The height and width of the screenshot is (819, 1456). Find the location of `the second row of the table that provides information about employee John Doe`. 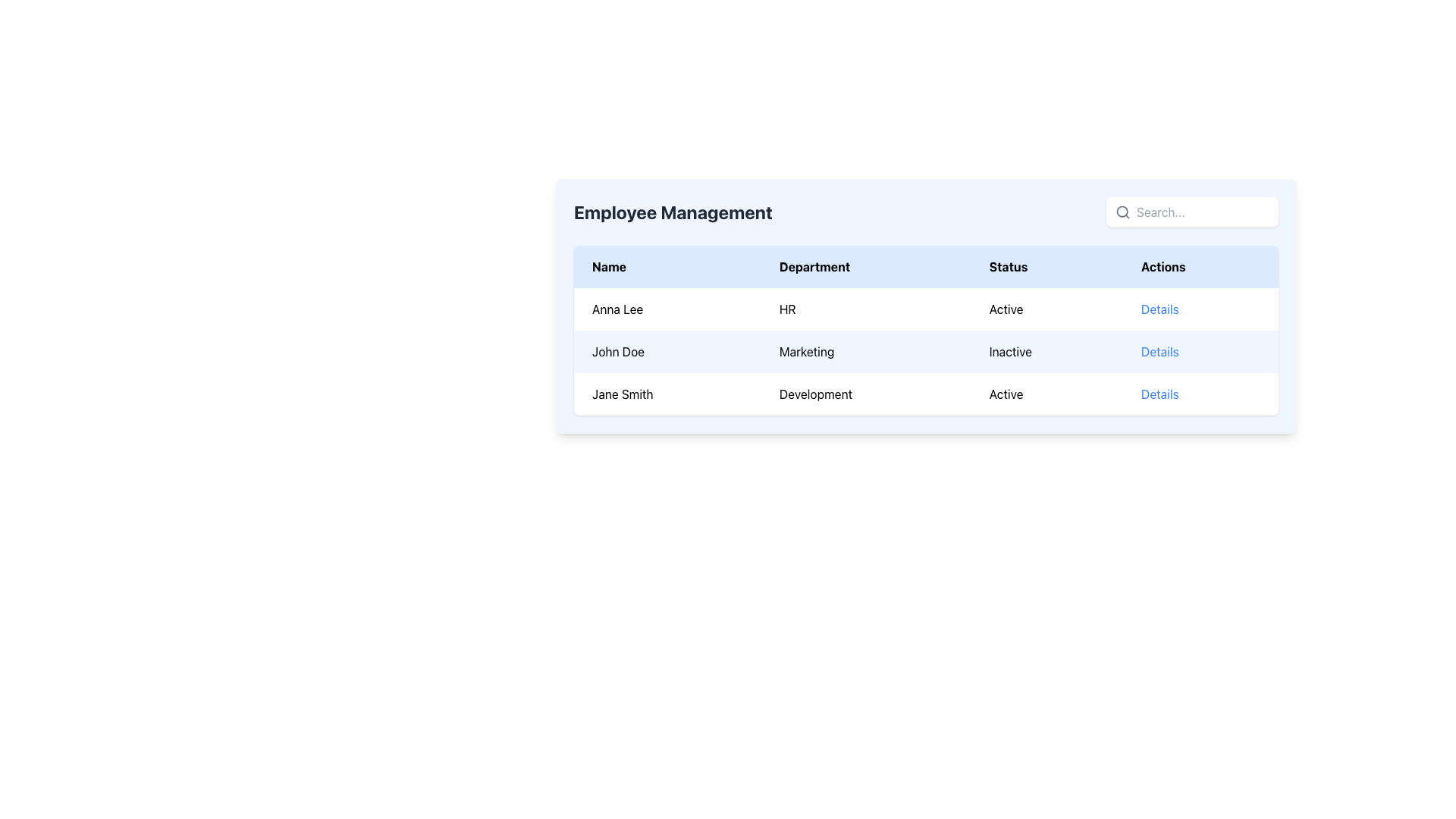

the second row of the table that provides information about employee John Doe is located at coordinates (925, 351).